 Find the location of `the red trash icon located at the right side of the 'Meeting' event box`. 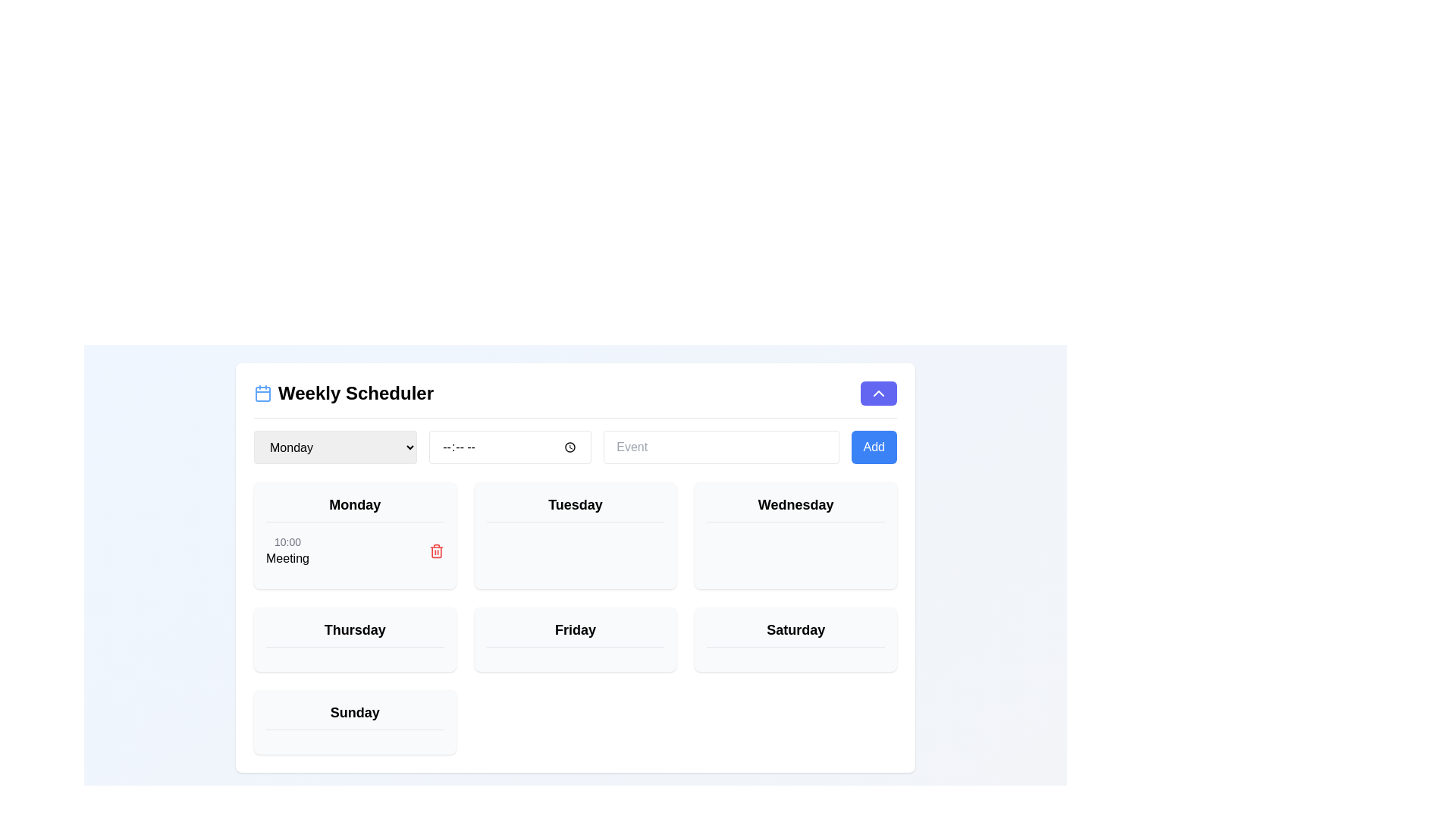

the red trash icon located at the right side of the 'Meeting' event box is located at coordinates (435, 551).